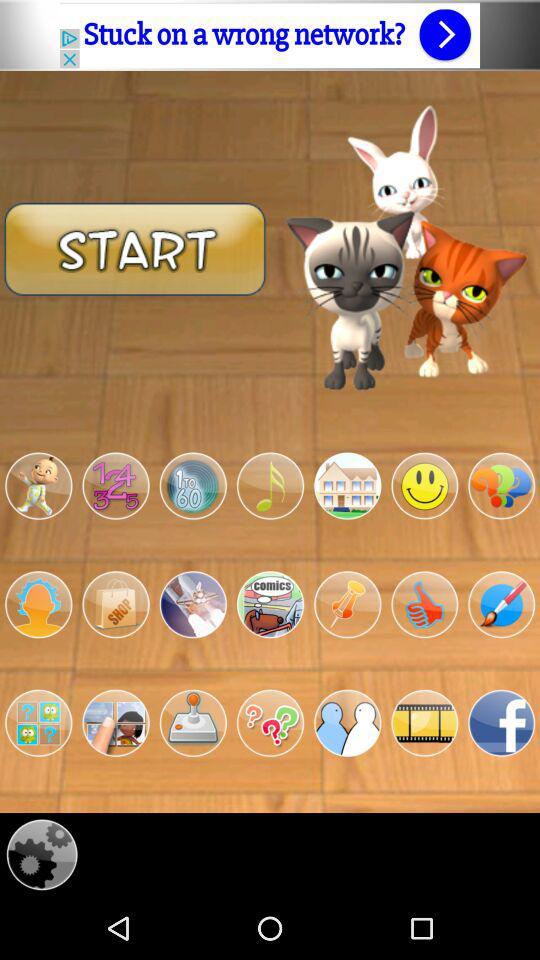 This screenshot has height=960, width=540. What do you see at coordinates (423, 646) in the screenshot?
I see `the thumbs_up icon` at bounding box center [423, 646].